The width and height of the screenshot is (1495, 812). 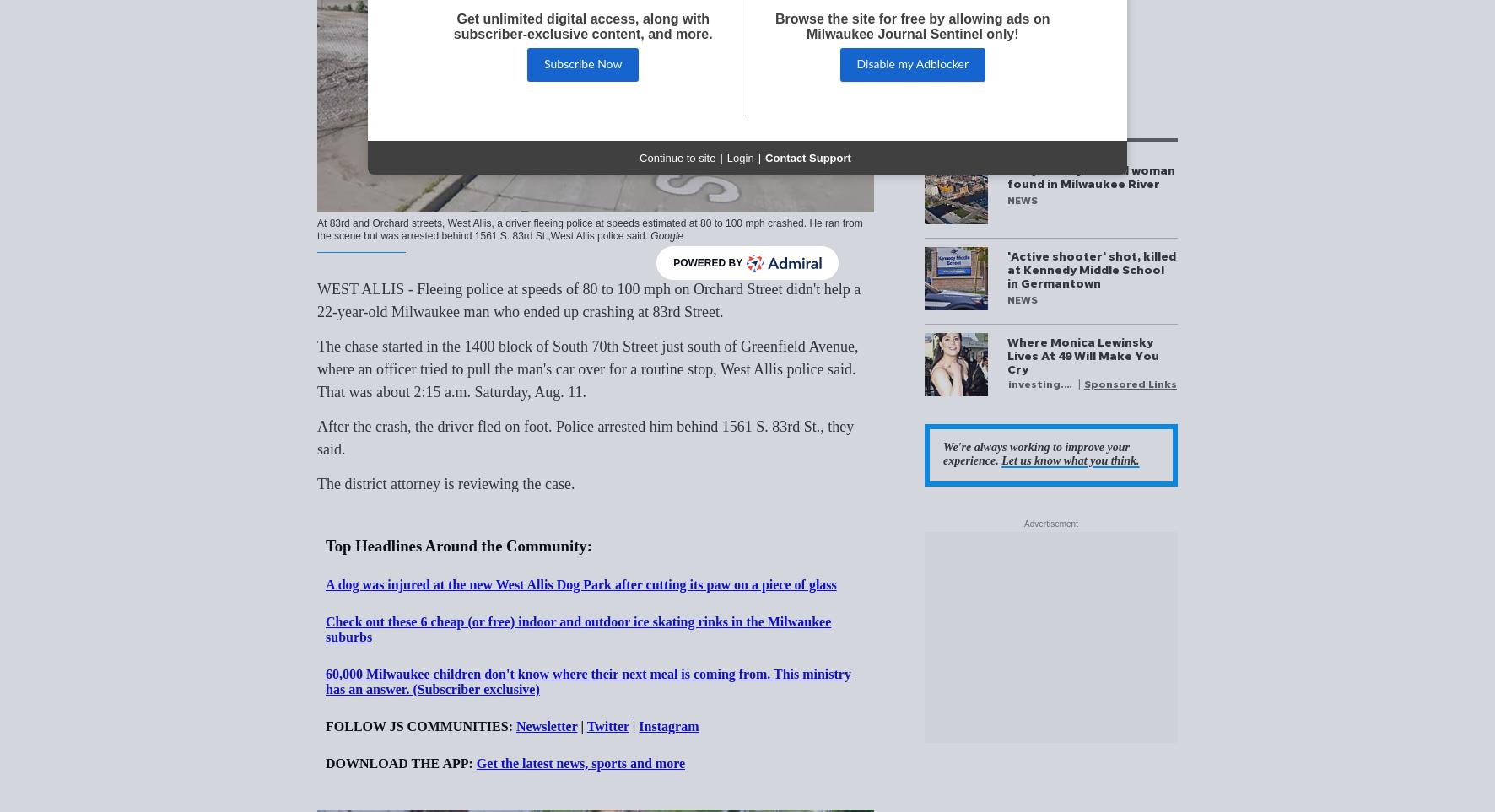 I want to click on 'Browse the site for free by allowing ads on Milwaukee Journal Sentinel only!', so click(x=912, y=25).